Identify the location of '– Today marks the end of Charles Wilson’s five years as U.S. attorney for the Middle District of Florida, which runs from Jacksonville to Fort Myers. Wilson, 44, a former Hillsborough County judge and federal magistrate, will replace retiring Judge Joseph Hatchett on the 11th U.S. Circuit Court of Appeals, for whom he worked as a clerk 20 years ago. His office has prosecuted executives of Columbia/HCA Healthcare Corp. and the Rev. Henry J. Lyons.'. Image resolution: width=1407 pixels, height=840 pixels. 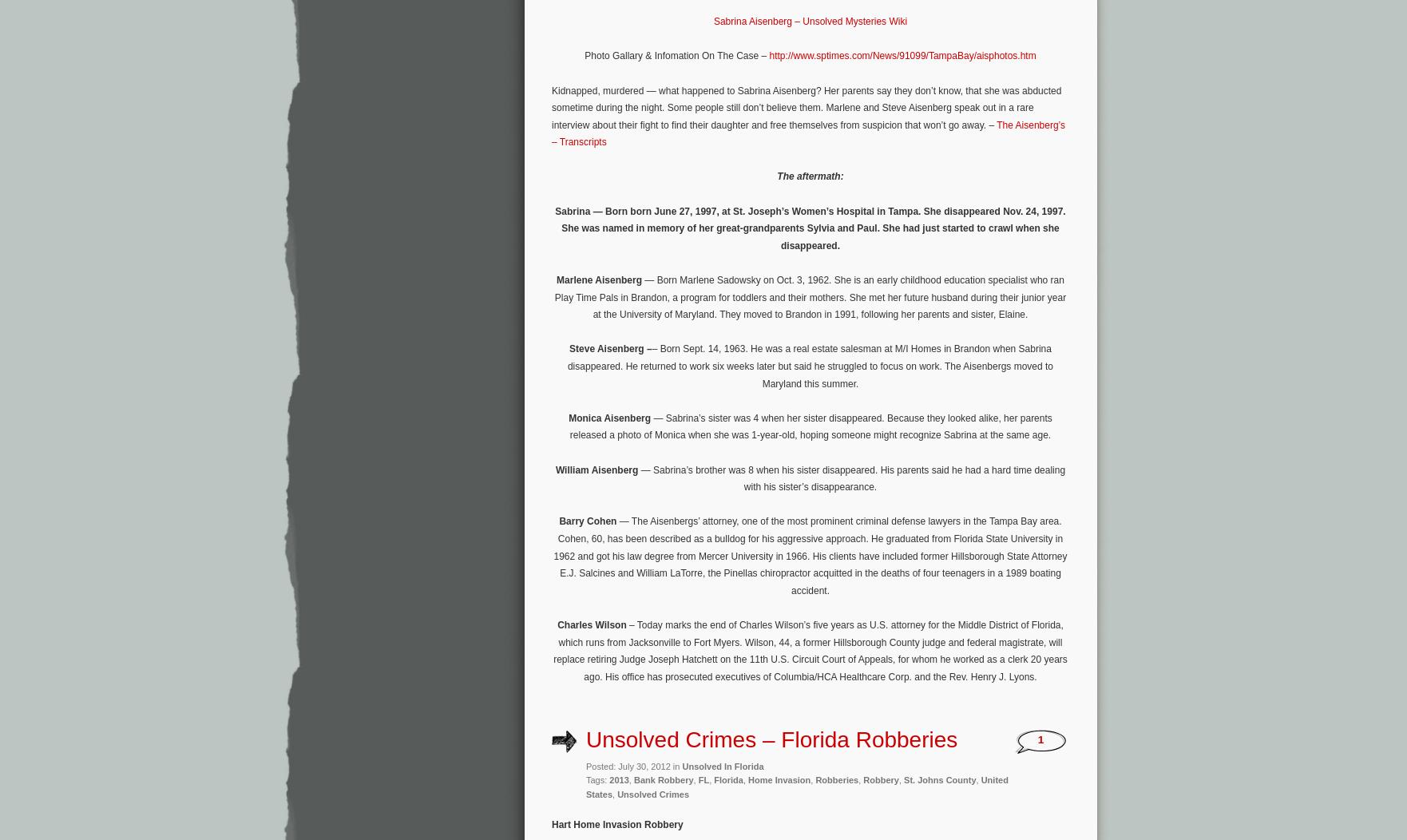
(810, 650).